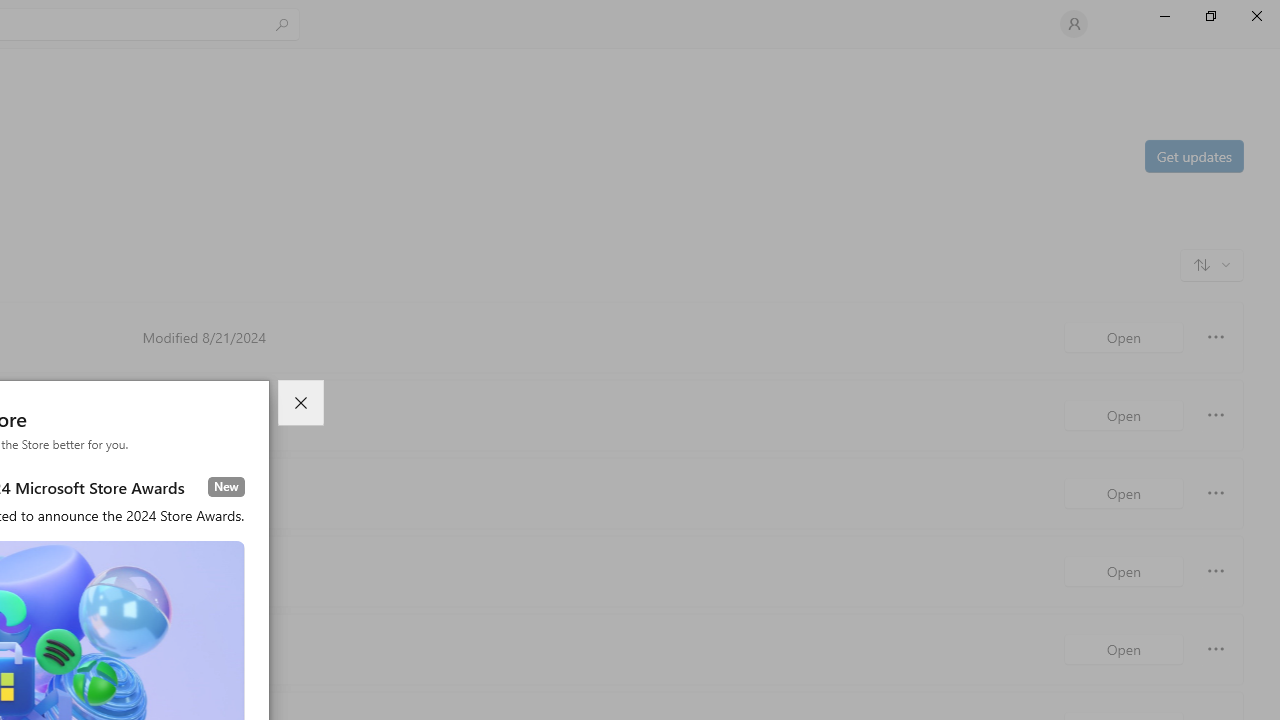 Image resolution: width=1280 pixels, height=720 pixels. What do you see at coordinates (299, 403) in the screenshot?
I see `'Close dialog'` at bounding box center [299, 403].